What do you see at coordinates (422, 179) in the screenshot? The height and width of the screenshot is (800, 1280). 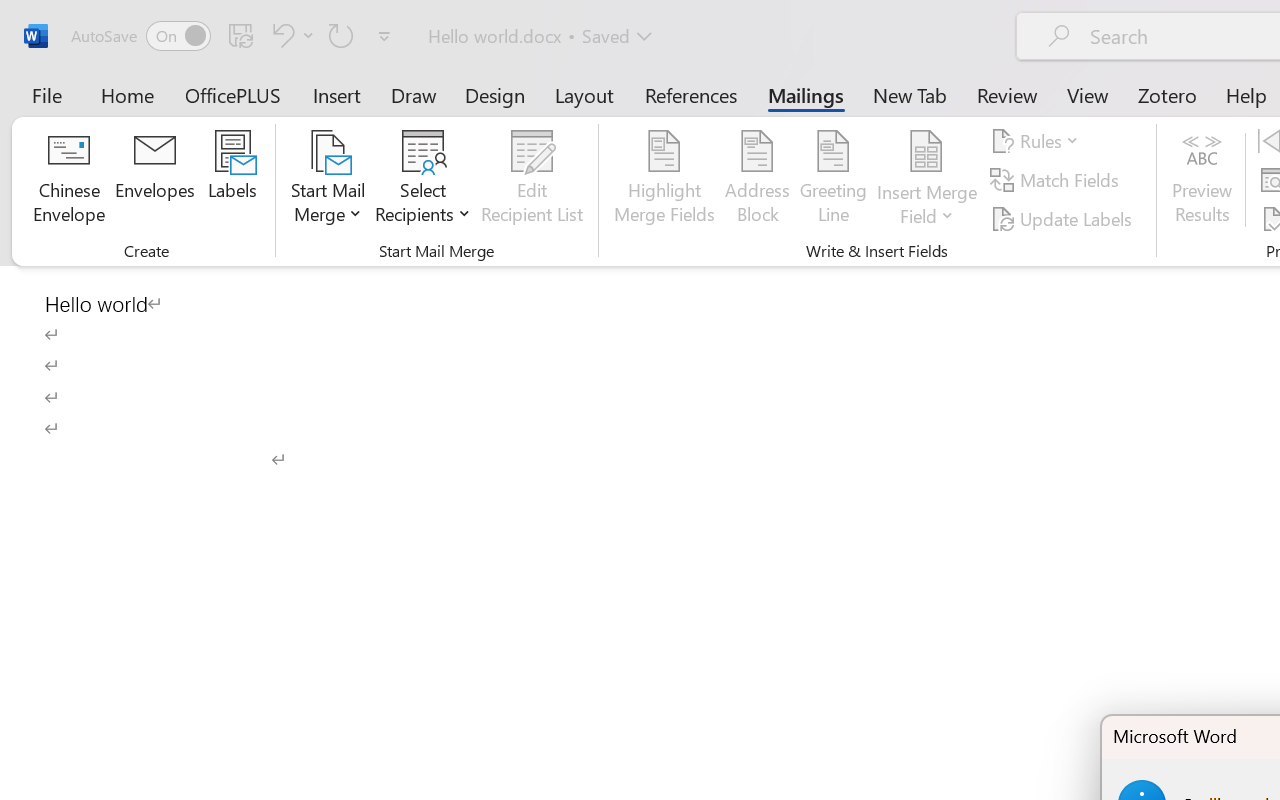 I see `'Select Recipients'` at bounding box center [422, 179].